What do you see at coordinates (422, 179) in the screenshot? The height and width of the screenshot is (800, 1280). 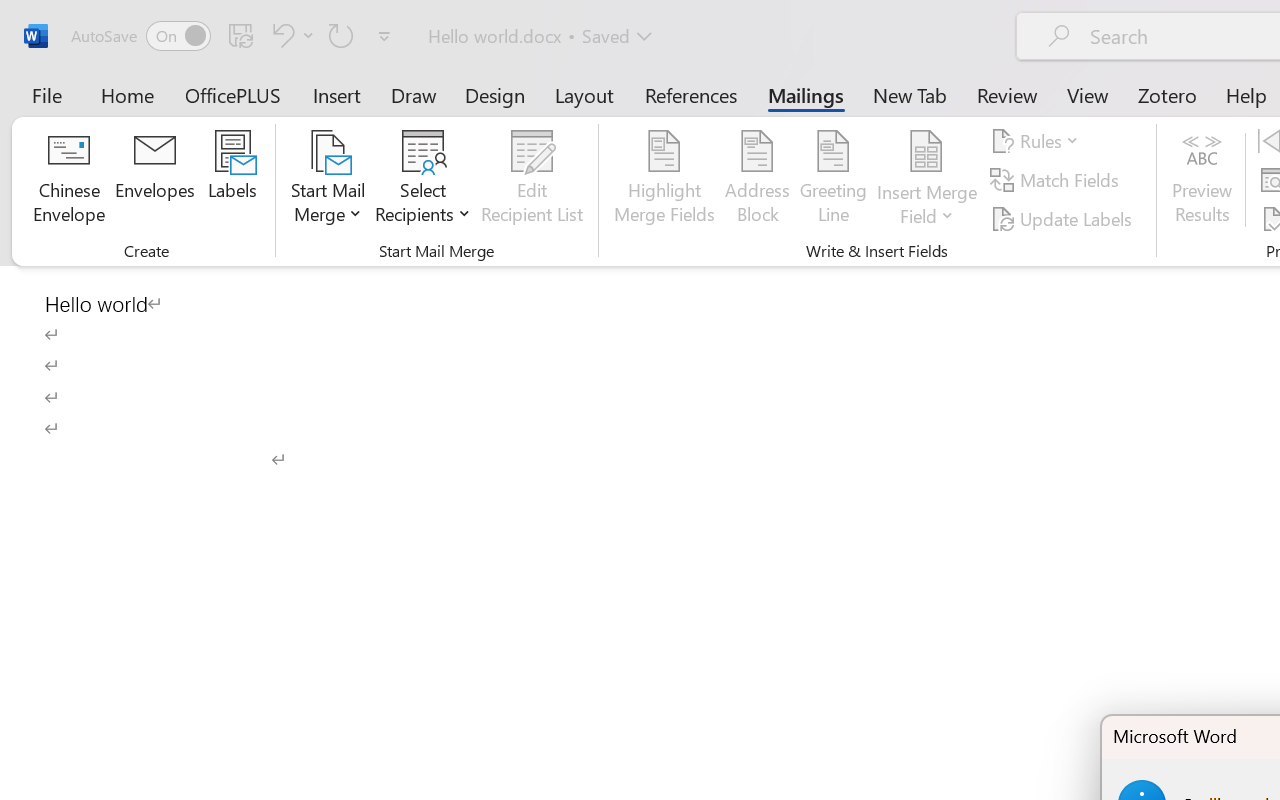 I see `'Select Recipients'` at bounding box center [422, 179].